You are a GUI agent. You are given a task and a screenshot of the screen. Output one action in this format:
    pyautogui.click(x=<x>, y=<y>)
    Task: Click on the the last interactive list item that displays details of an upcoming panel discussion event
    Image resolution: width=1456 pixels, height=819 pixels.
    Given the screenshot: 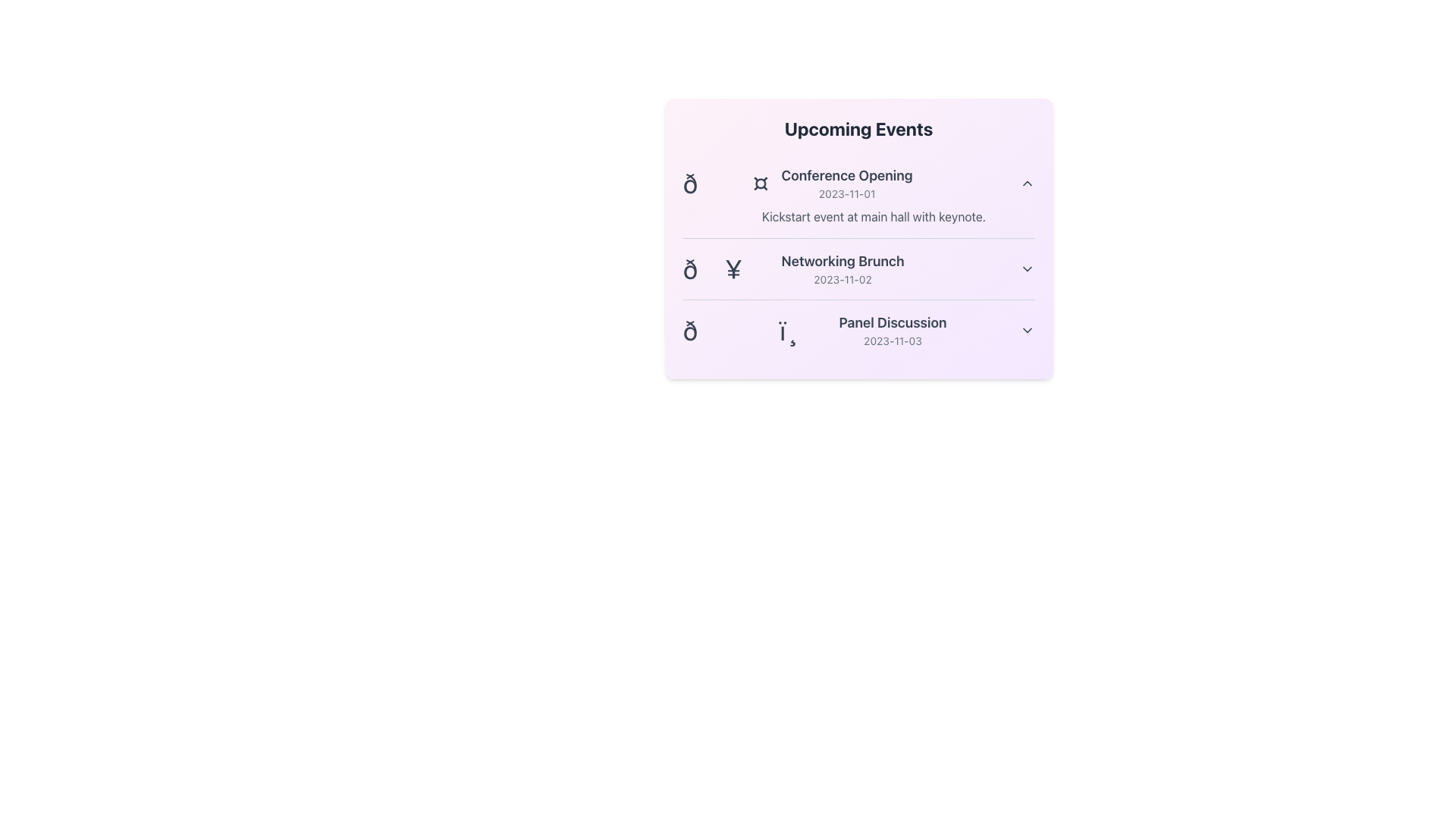 What is the action you would take?
    pyautogui.click(x=858, y=329)
    